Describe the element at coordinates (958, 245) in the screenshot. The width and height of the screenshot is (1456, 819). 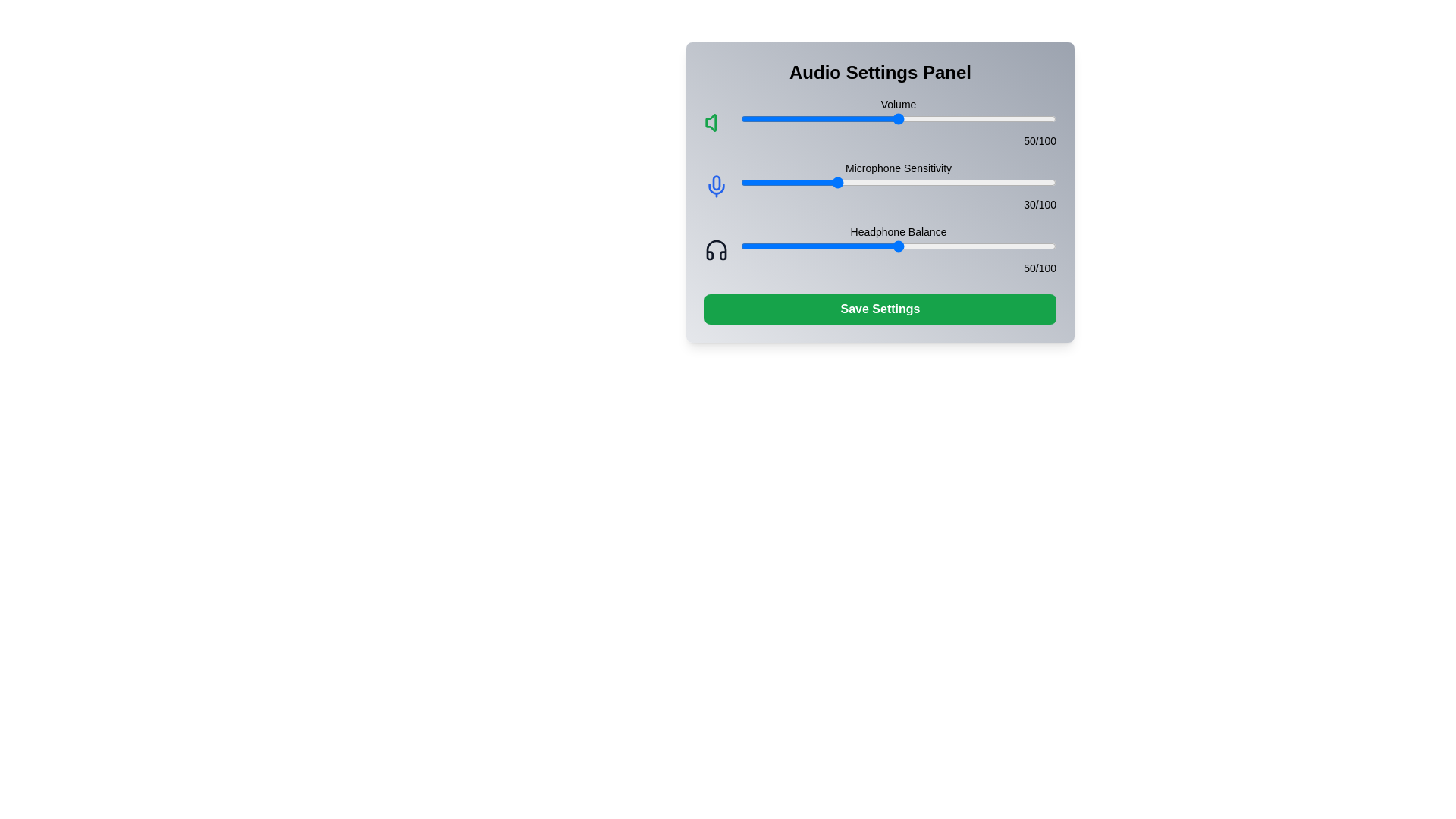
I see `headphone balance` at that location.